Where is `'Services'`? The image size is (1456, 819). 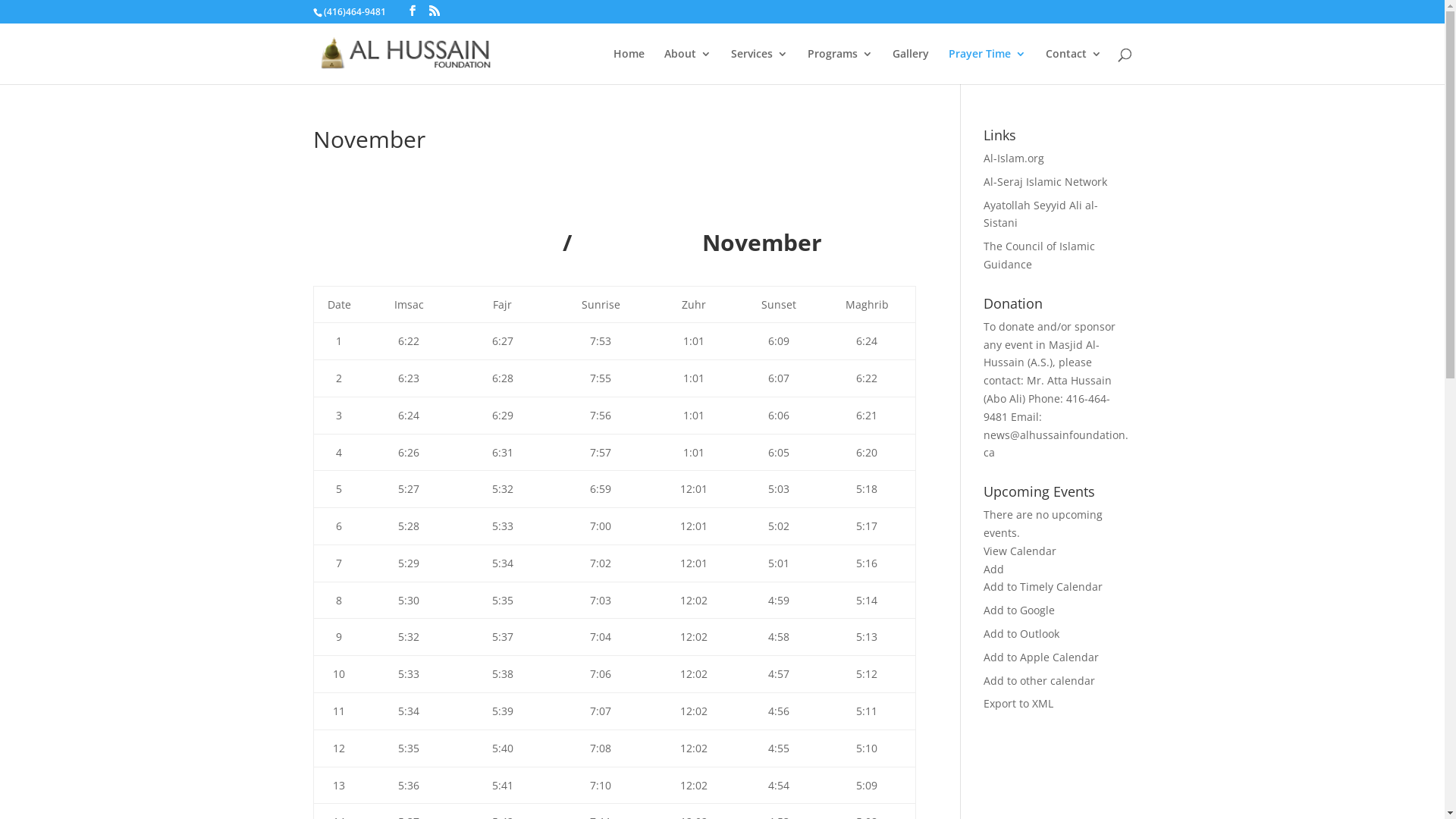
'Services' is located at coordinates (759, 65).